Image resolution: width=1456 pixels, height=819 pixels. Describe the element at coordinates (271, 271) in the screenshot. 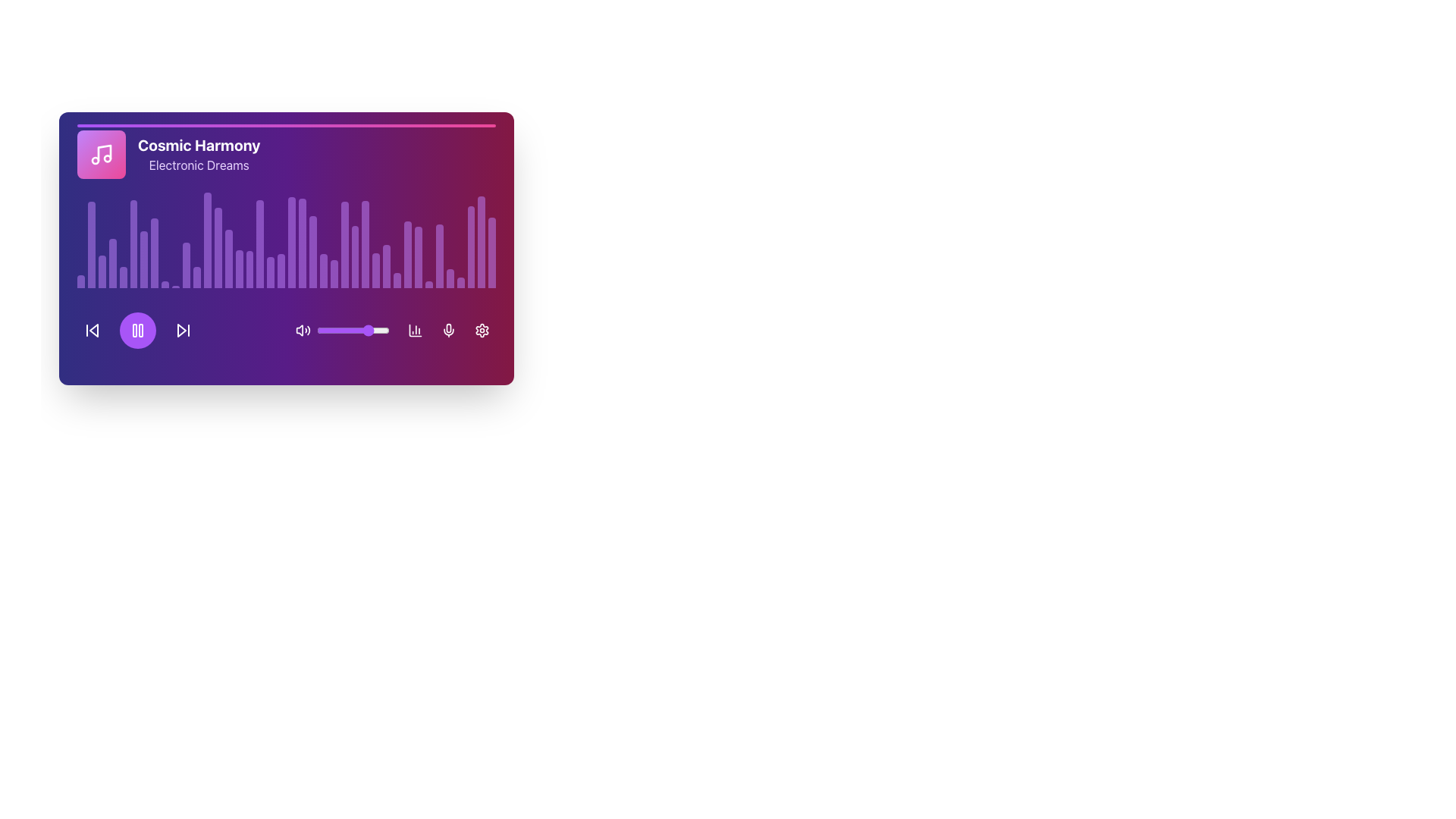

I see `the 19th translucent purple rectangular bar in the histogram sequence located below the text 'Cosmic Harmony' and 'Electronic Dreams'` at that location.